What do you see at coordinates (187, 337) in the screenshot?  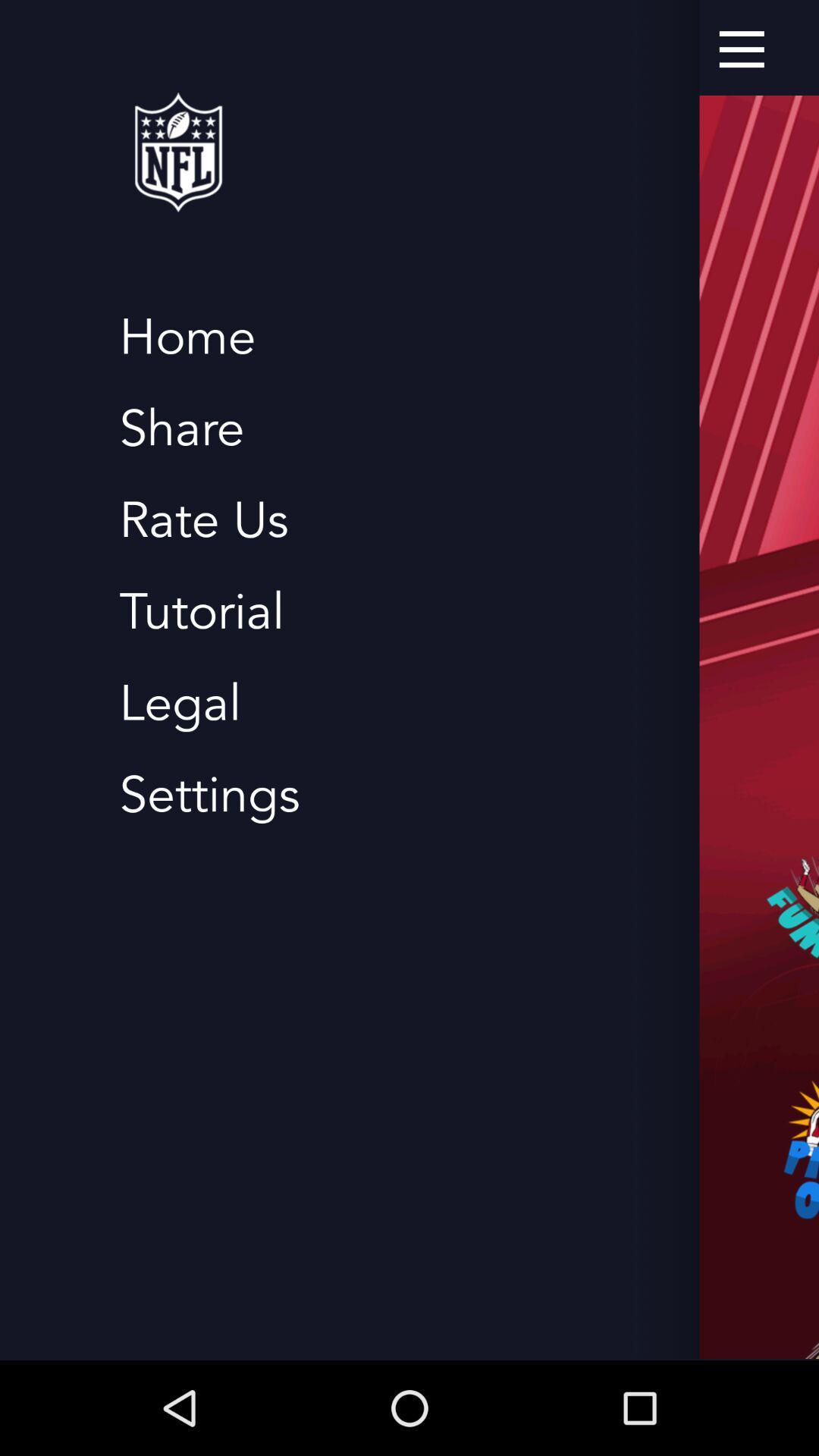 I see `home icon` at bounding box center [187, 337].